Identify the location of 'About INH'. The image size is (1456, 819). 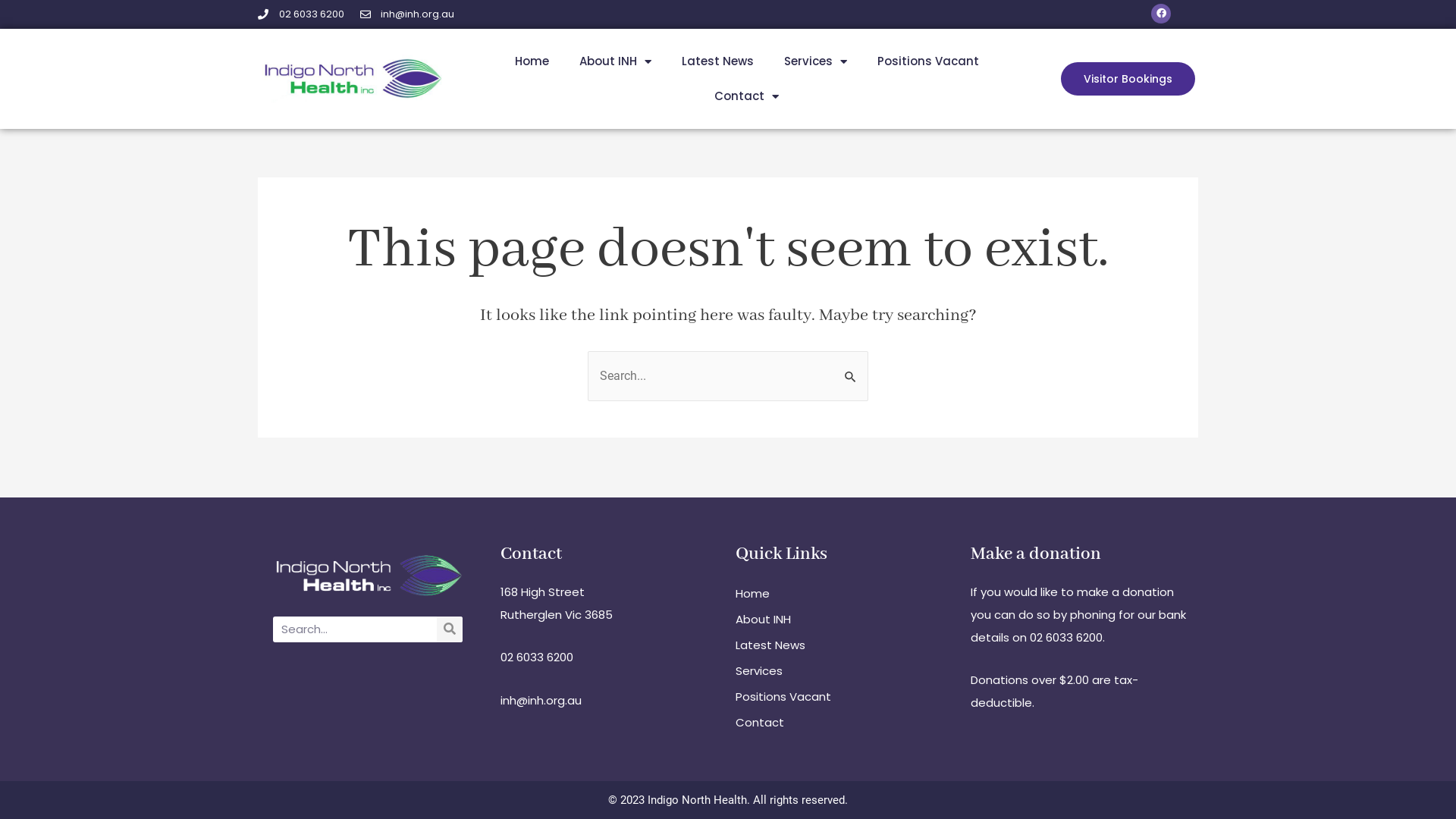
(615, 61).